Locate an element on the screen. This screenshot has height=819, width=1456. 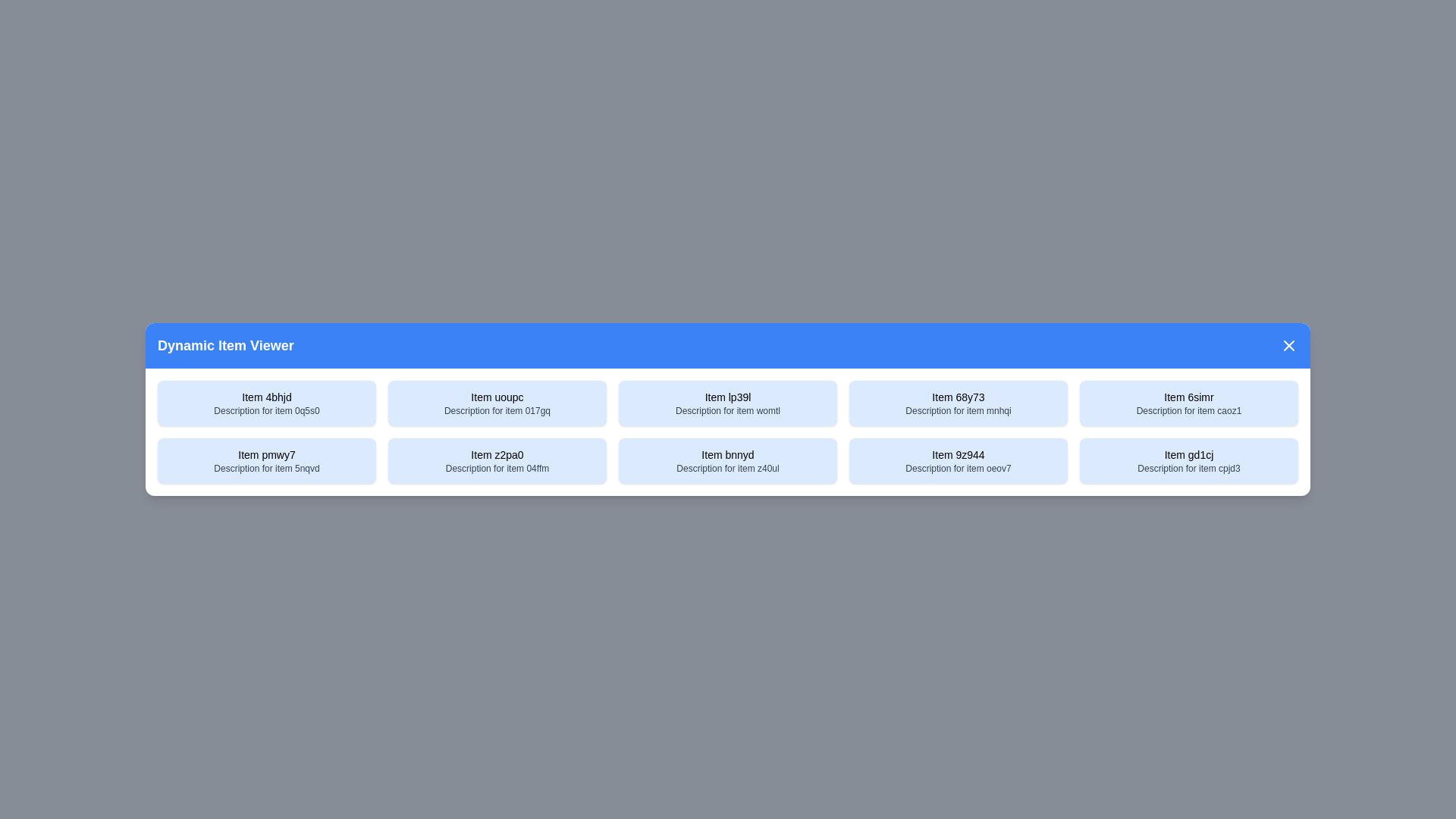
the item with title Item 4bhjd to select it is located at coordinates (266, 403).